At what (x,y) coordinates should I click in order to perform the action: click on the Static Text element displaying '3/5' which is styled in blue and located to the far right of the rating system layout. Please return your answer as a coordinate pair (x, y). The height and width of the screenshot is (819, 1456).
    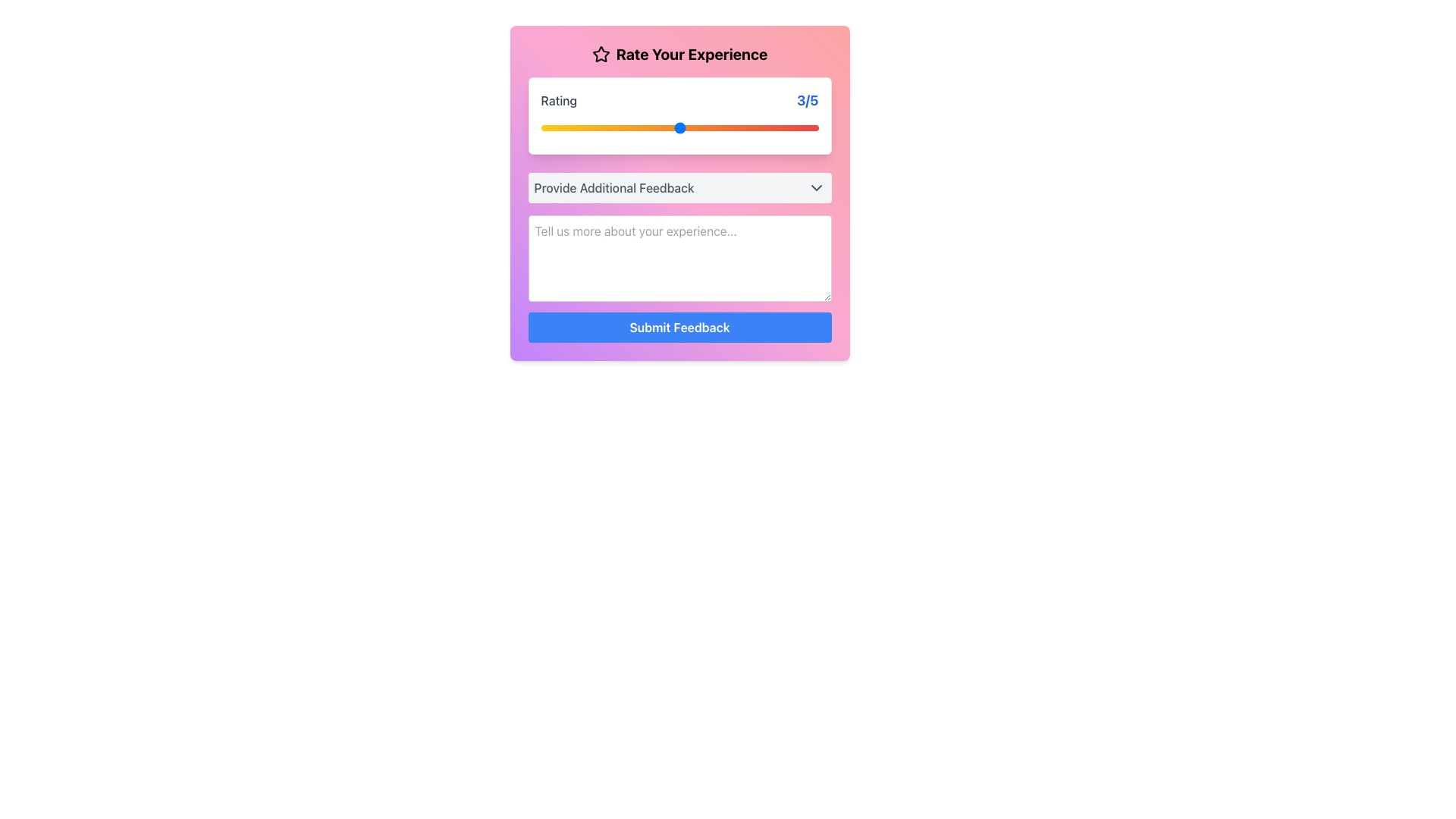
    Looking at the image, I should click on (807, 100).